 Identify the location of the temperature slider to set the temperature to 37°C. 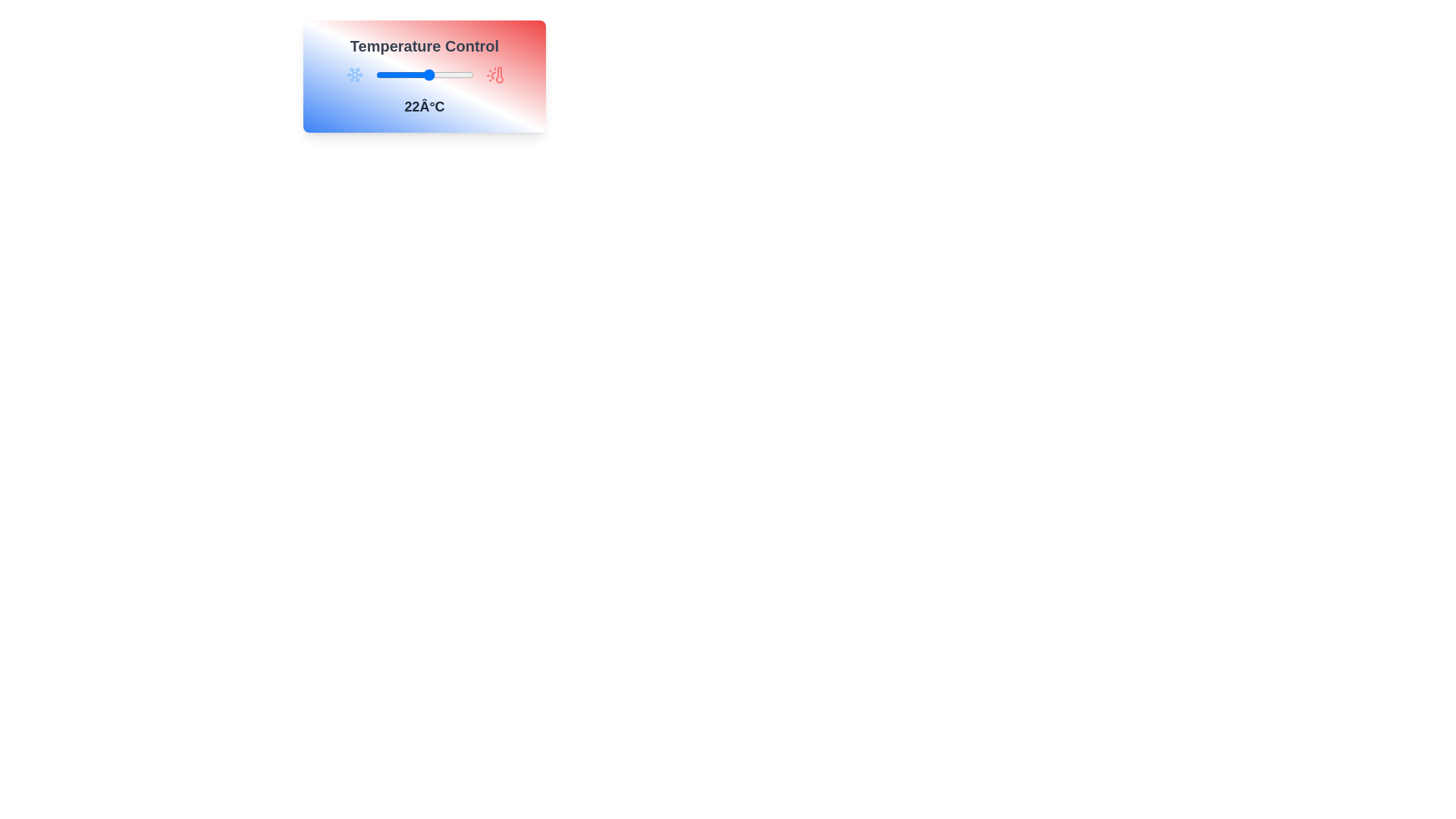
(465, 75).